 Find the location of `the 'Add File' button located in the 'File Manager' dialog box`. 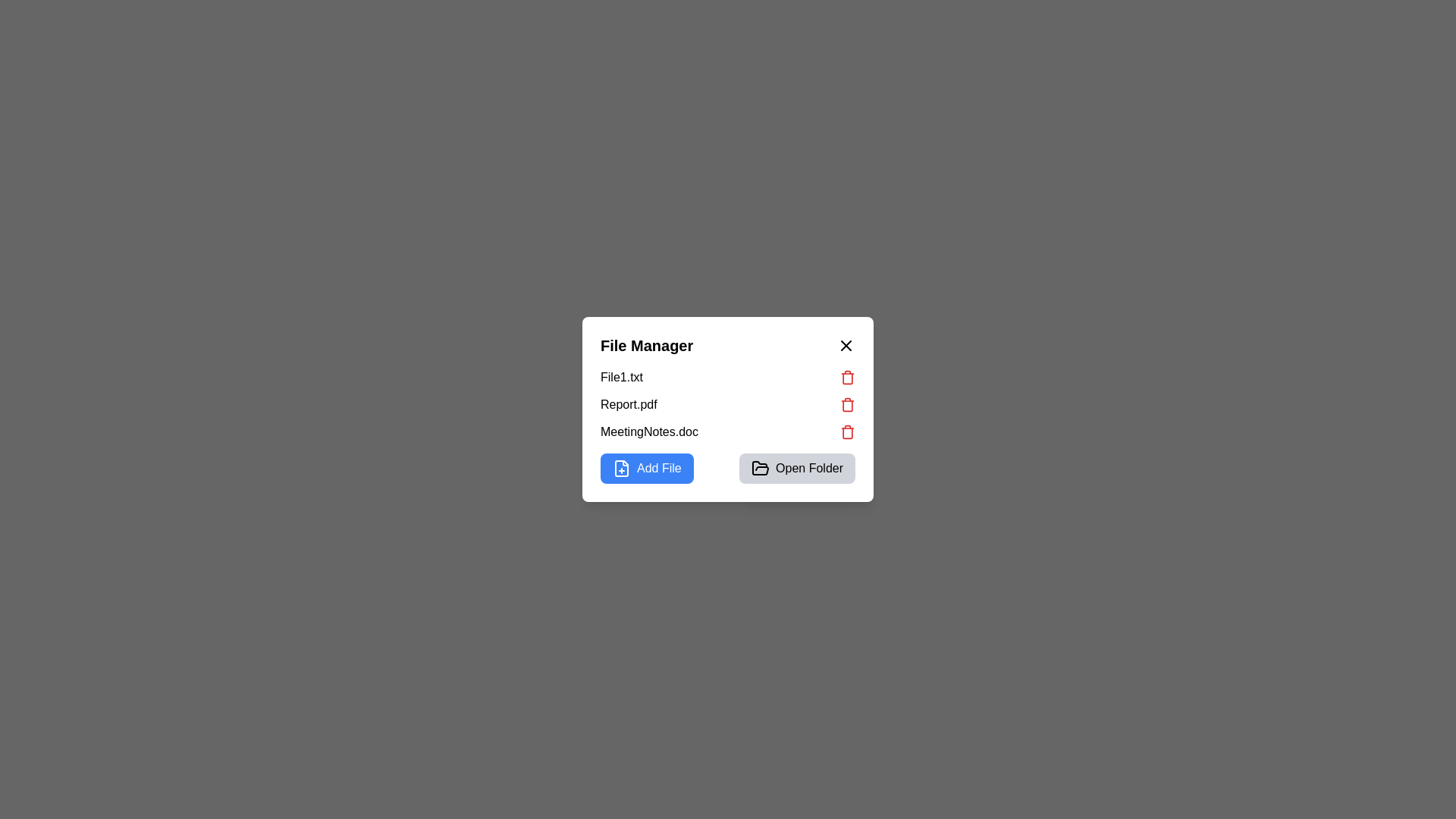

the 'Add File' button located in the 'File Manager' dialog box is located at coordinates (647, 467).